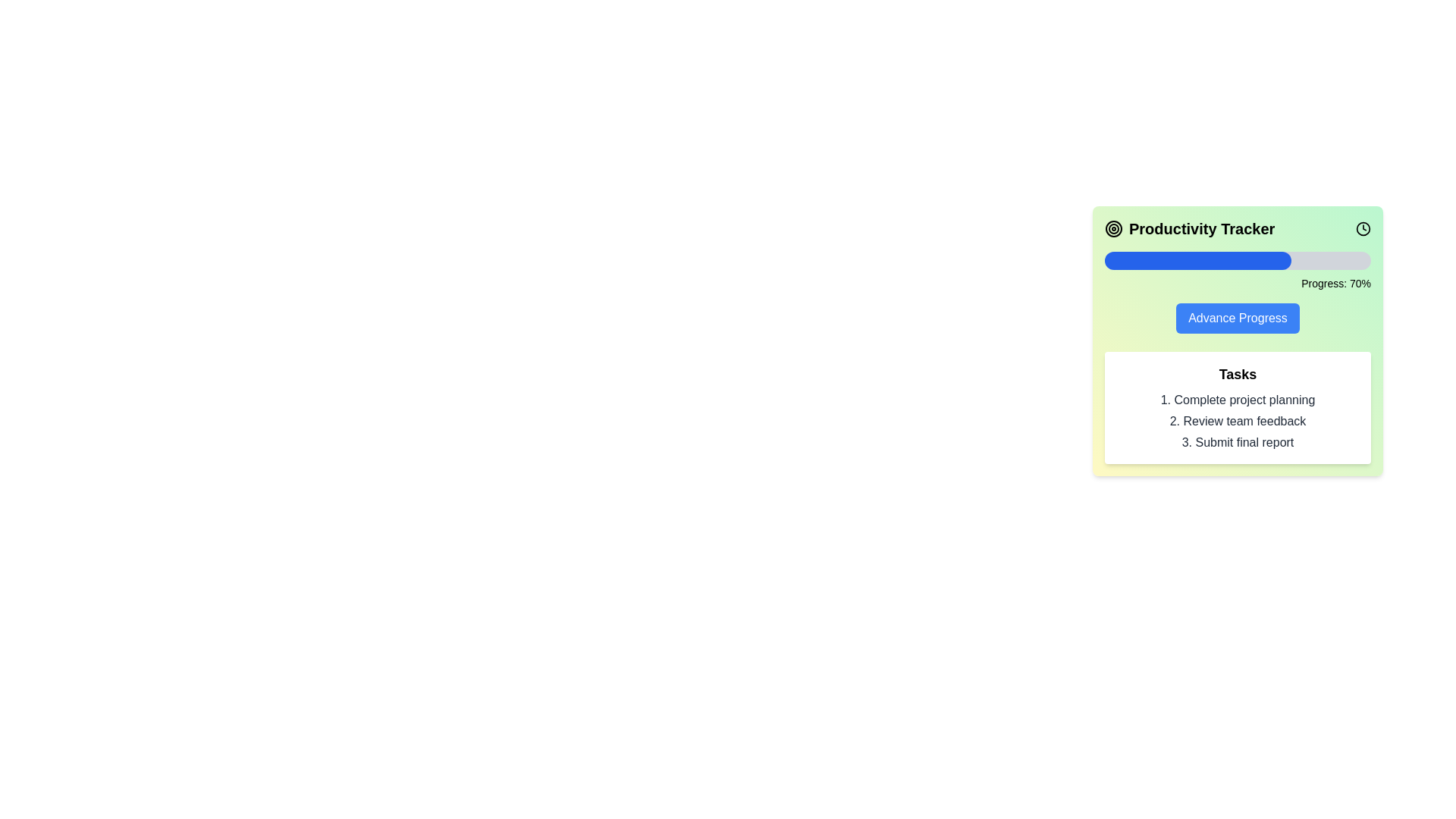  What do you see at coordinates (1189, 228) in the screenshot?
I see `the Text Label with Icon that serves as a header or title, positioned below the target icon and aligned horizontally with a clock icon` at bounding box center [1189, 228].